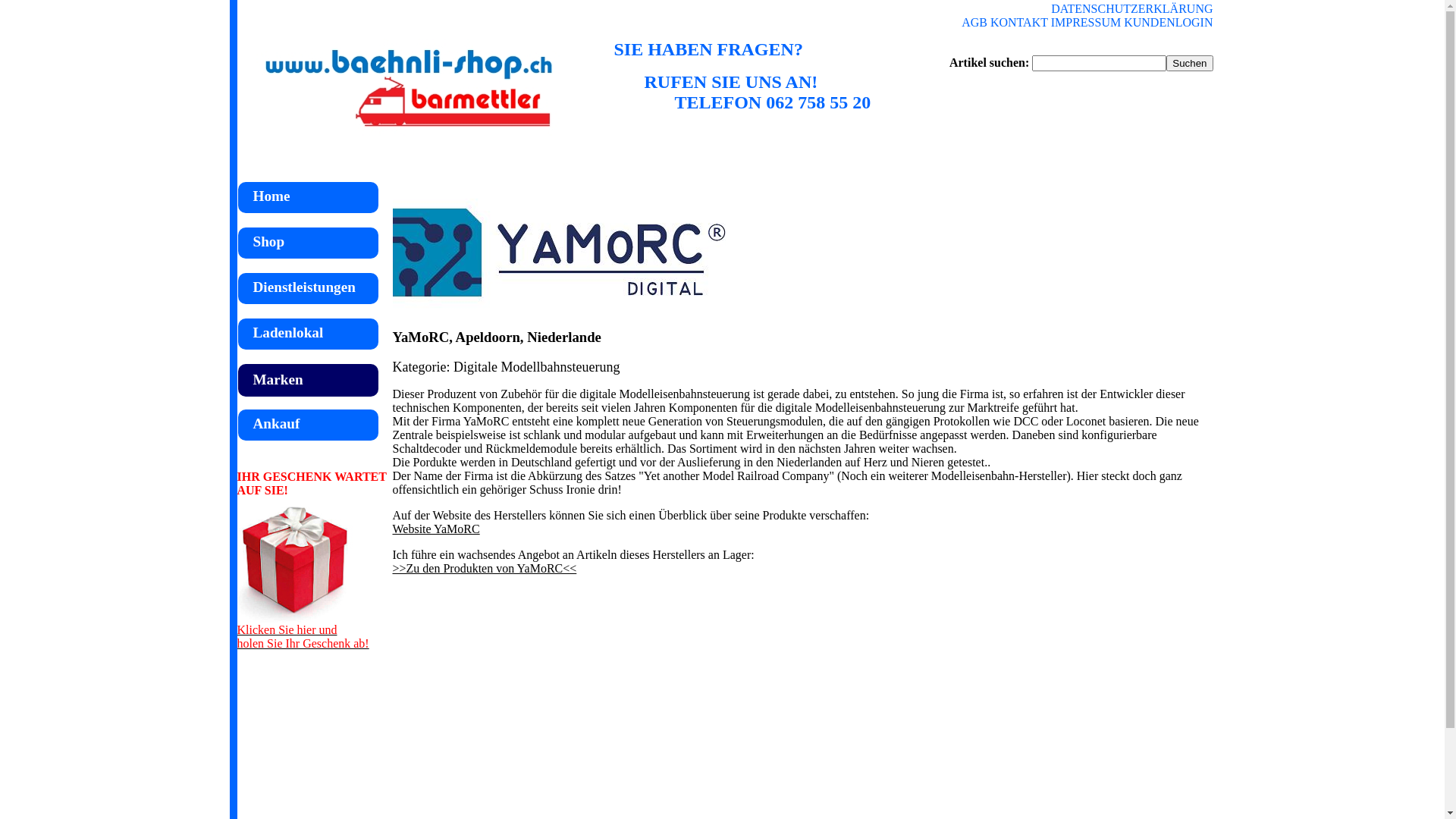  What do you see at coordinates (484, 568) in the screenshot?
I see `'>>Zu den Produkten von YaMoRC<<'` at bounding box center [484, 568].